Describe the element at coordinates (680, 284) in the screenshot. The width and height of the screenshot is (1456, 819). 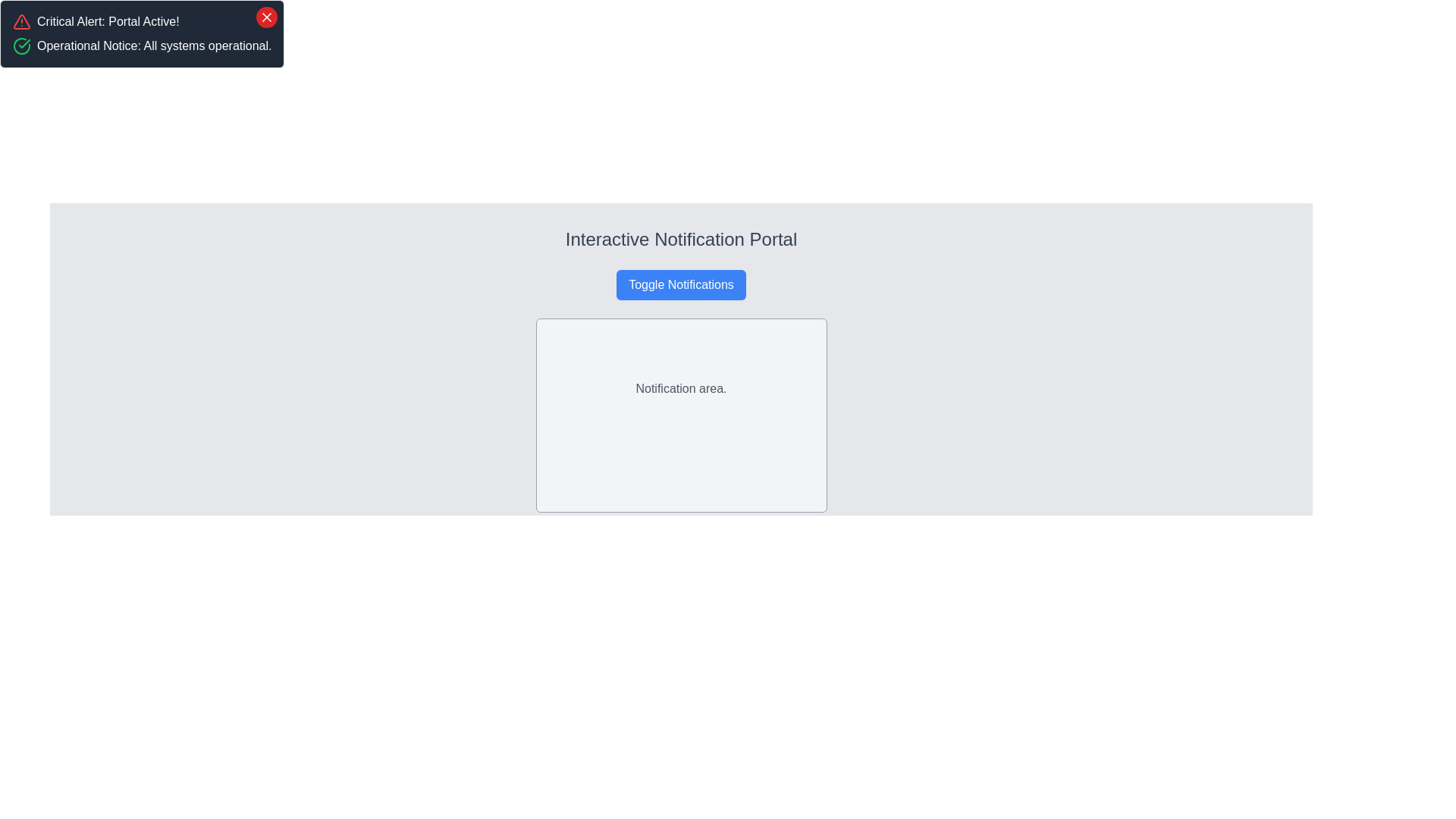
I see `the 'Toggle Notifications' button, which is a rounded rectangular button with a blue background and white text, located beneath the heading 'Interactive Notification Portal'` at that location.